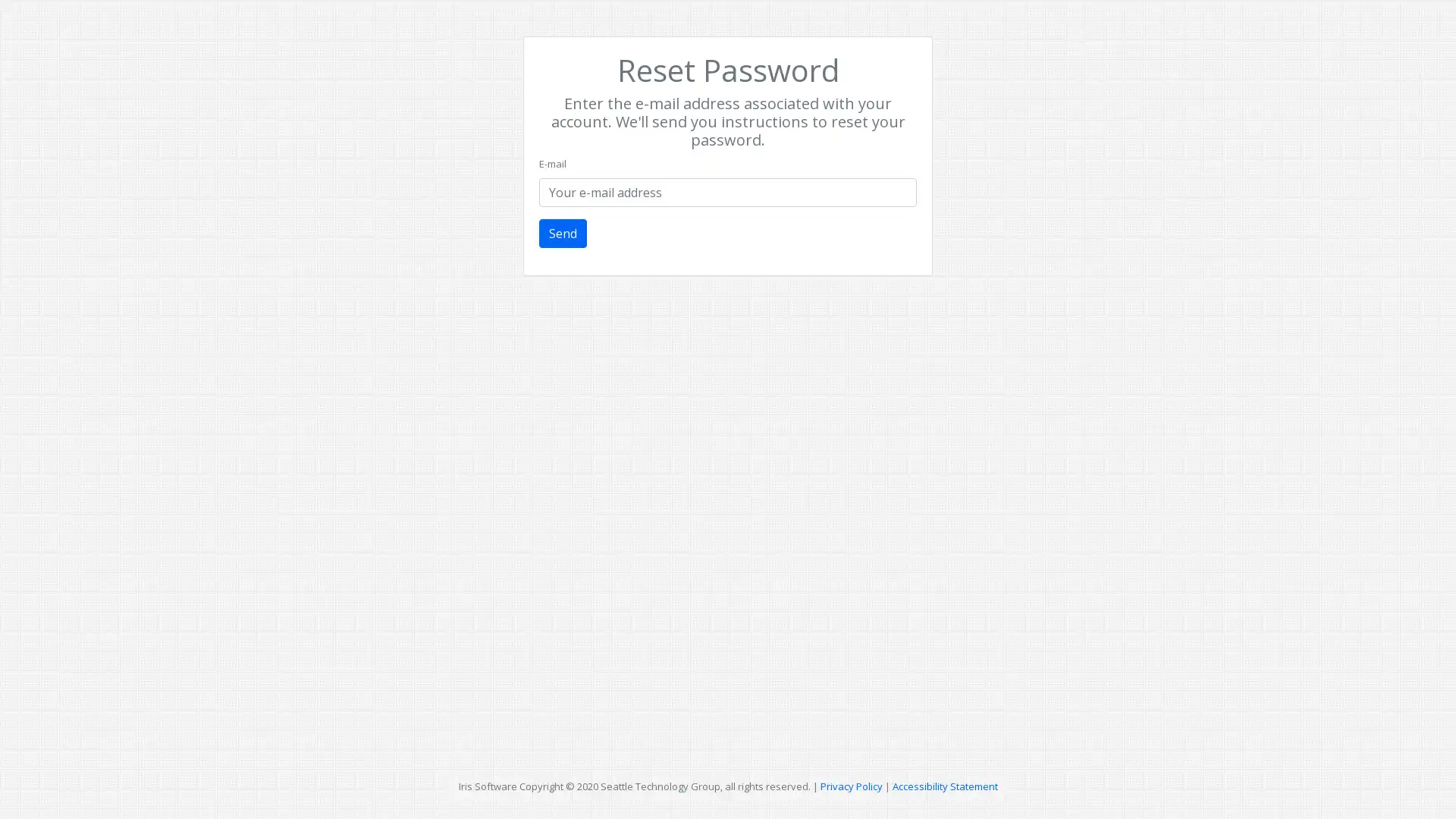 The image size is (1456, 819). What do you see at coordinates (562, 234) in the screenshot?
I see `Send` at bounding box center [562, 234].